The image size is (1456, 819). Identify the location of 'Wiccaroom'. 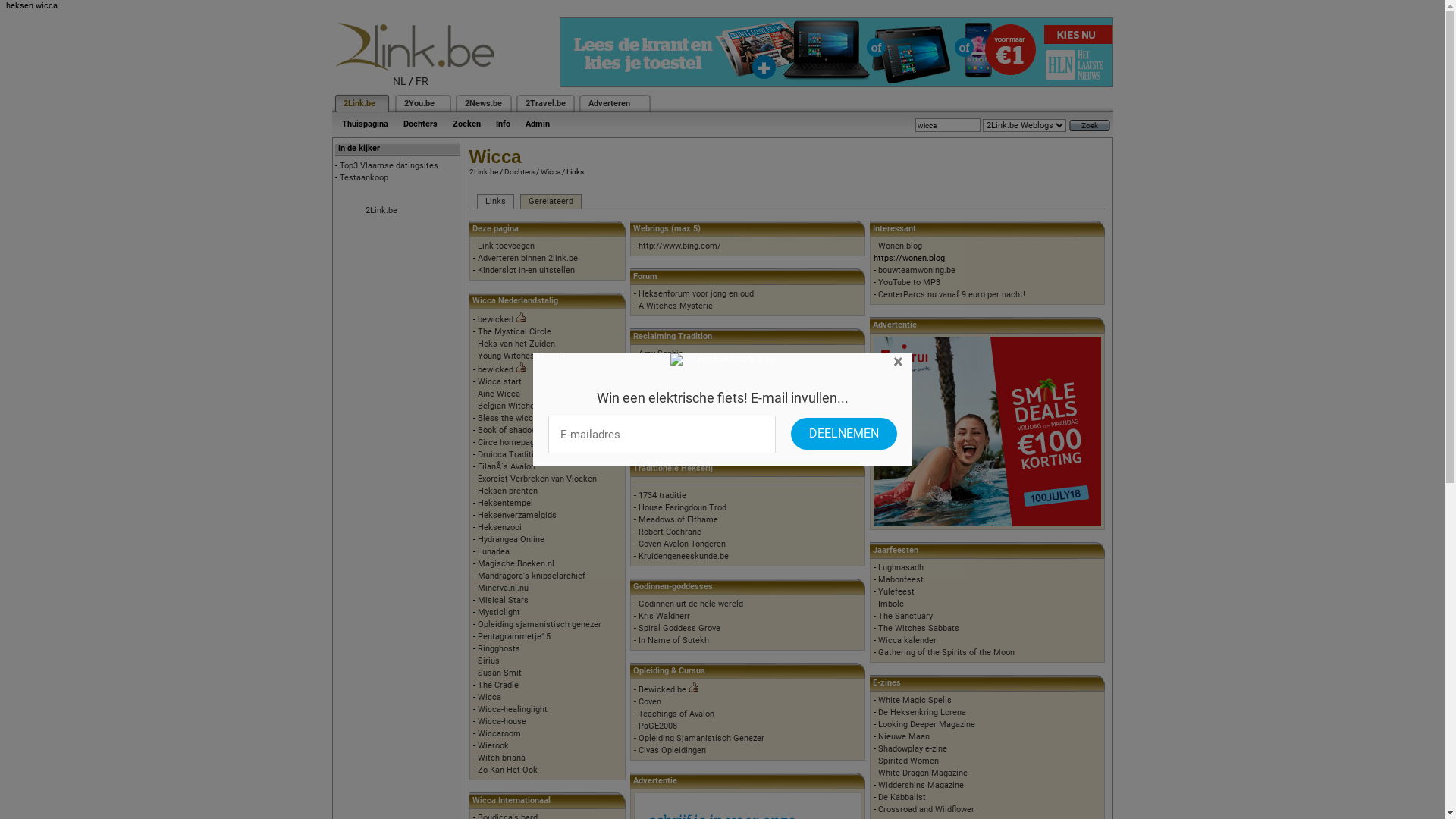
(476, 733).